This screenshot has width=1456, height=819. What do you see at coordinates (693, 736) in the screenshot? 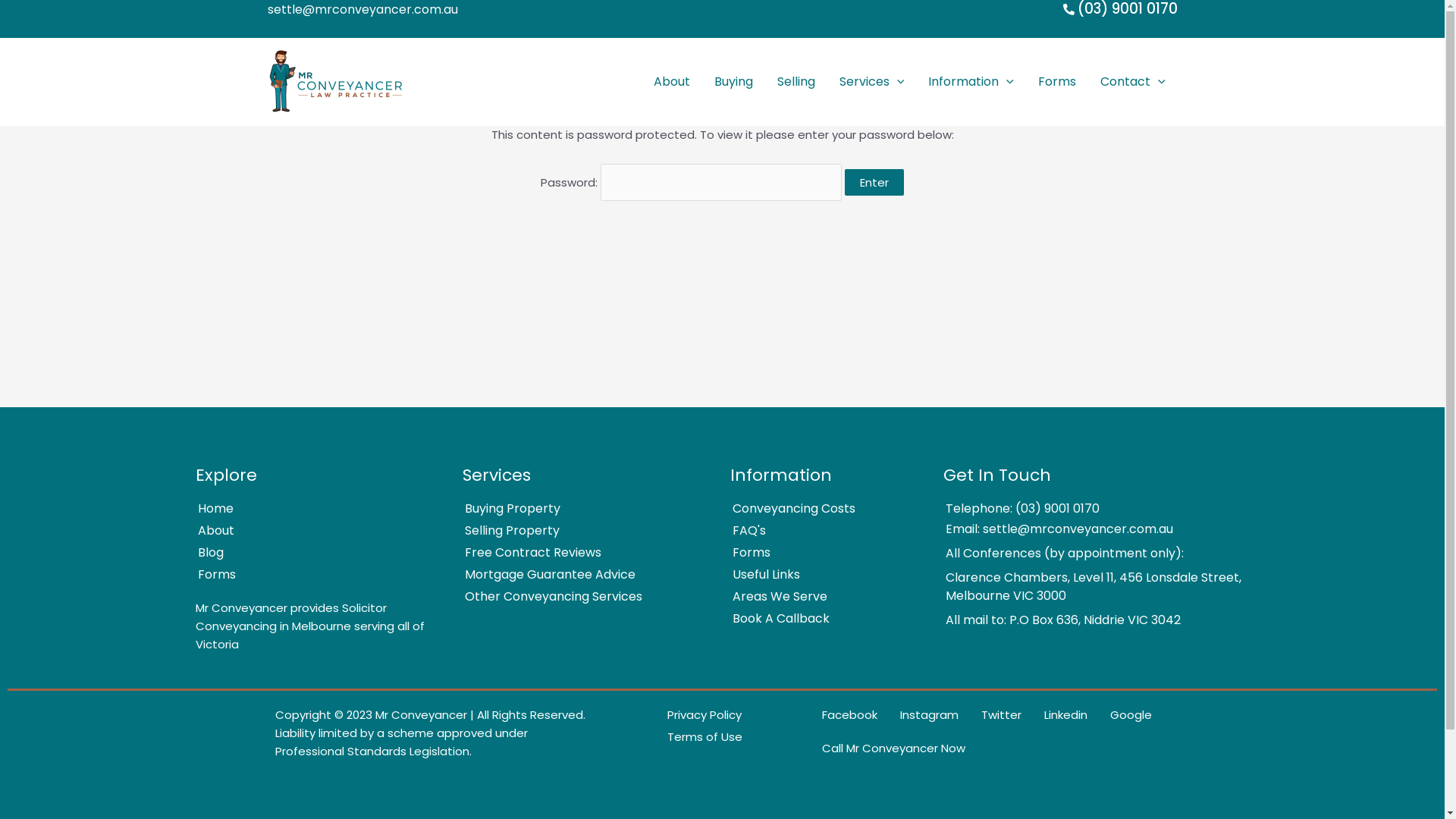
I see `'Terms of Use'` at bounding box center [693, 736].